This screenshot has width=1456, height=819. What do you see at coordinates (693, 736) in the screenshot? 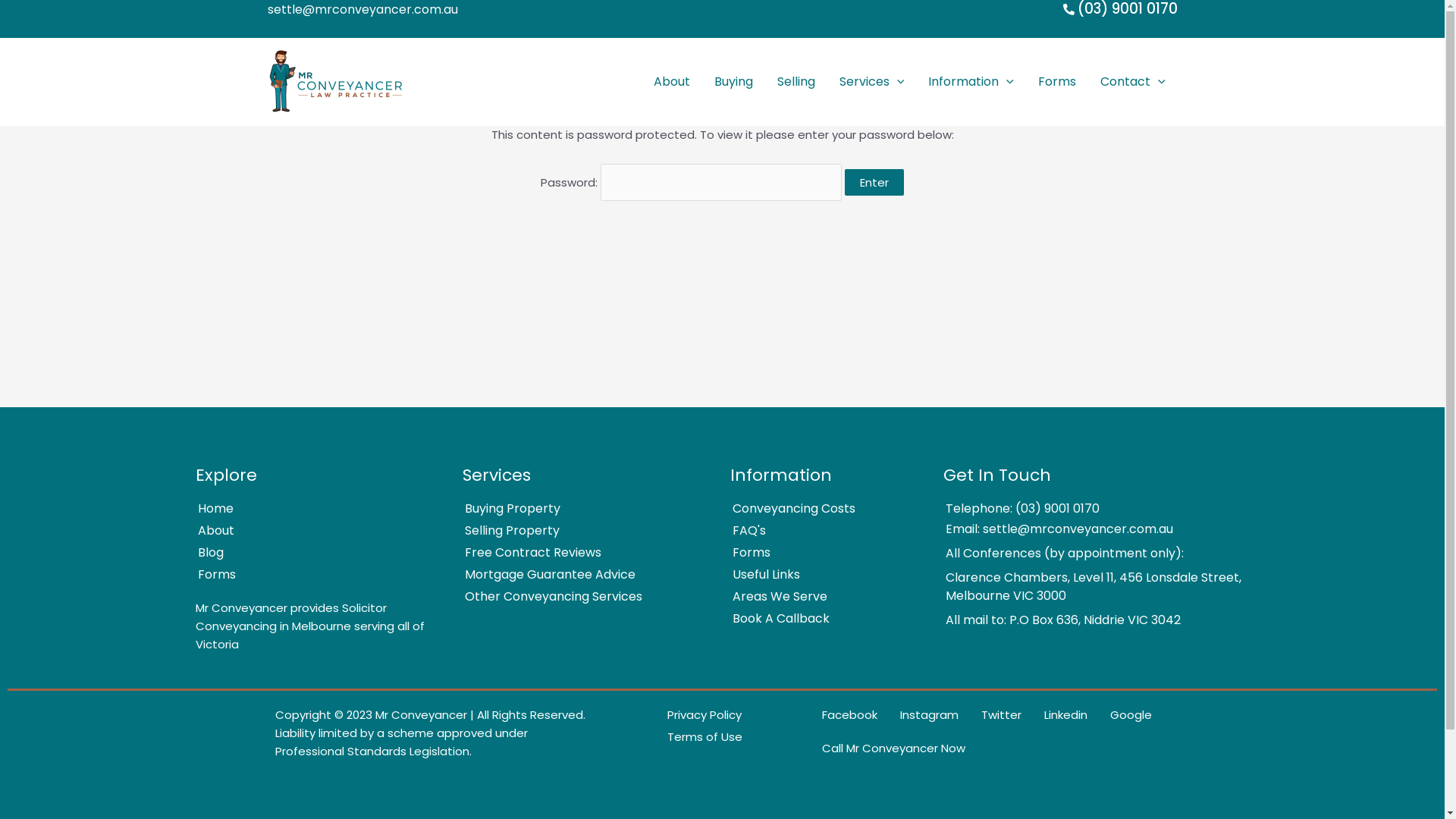
I see `'Terms of Use'` at bounding box center [693, 736].